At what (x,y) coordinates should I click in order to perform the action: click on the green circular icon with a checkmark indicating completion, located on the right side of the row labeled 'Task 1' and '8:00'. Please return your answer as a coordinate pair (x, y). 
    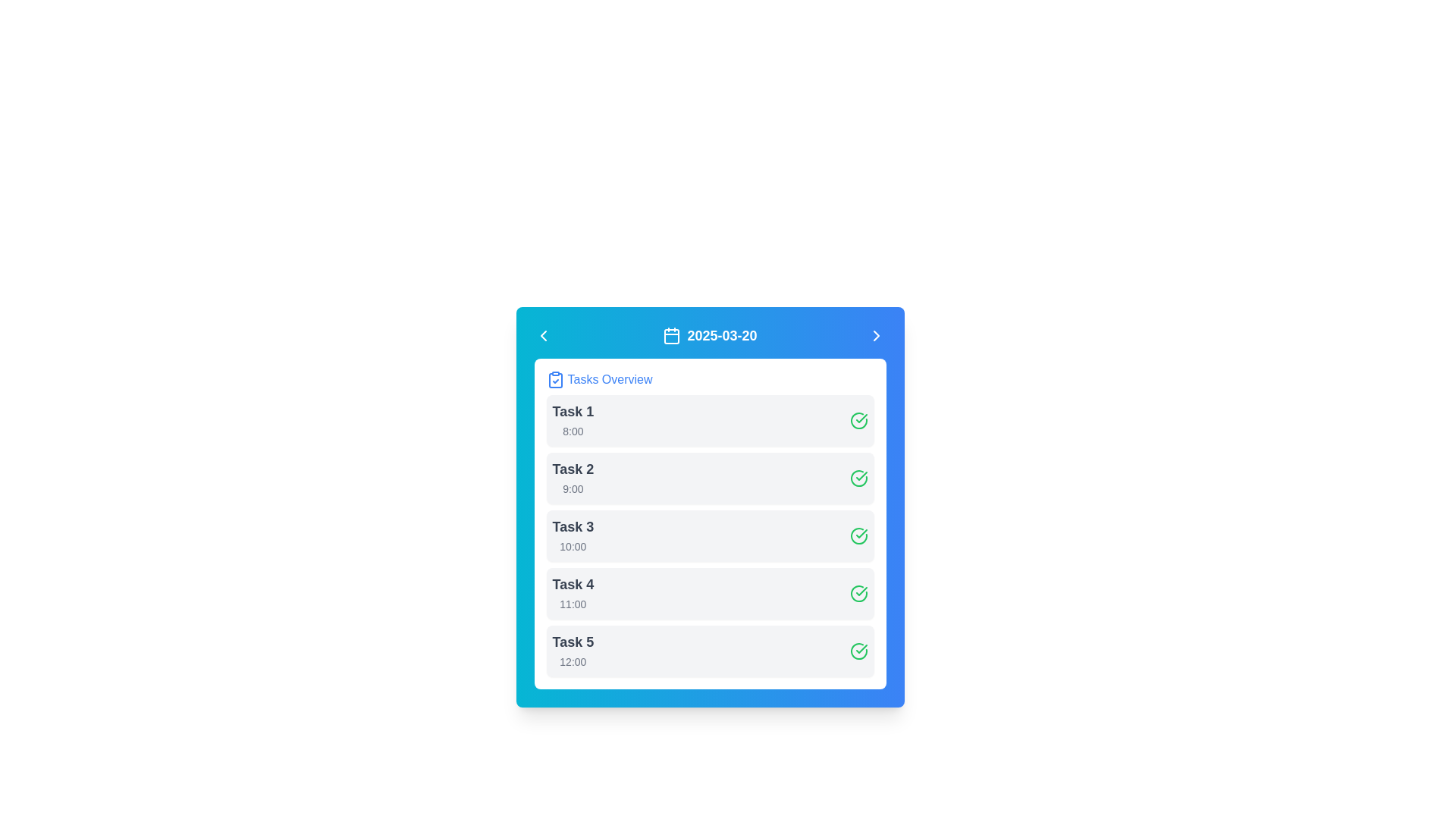
    Looking at the image, I should click on (858, 421).